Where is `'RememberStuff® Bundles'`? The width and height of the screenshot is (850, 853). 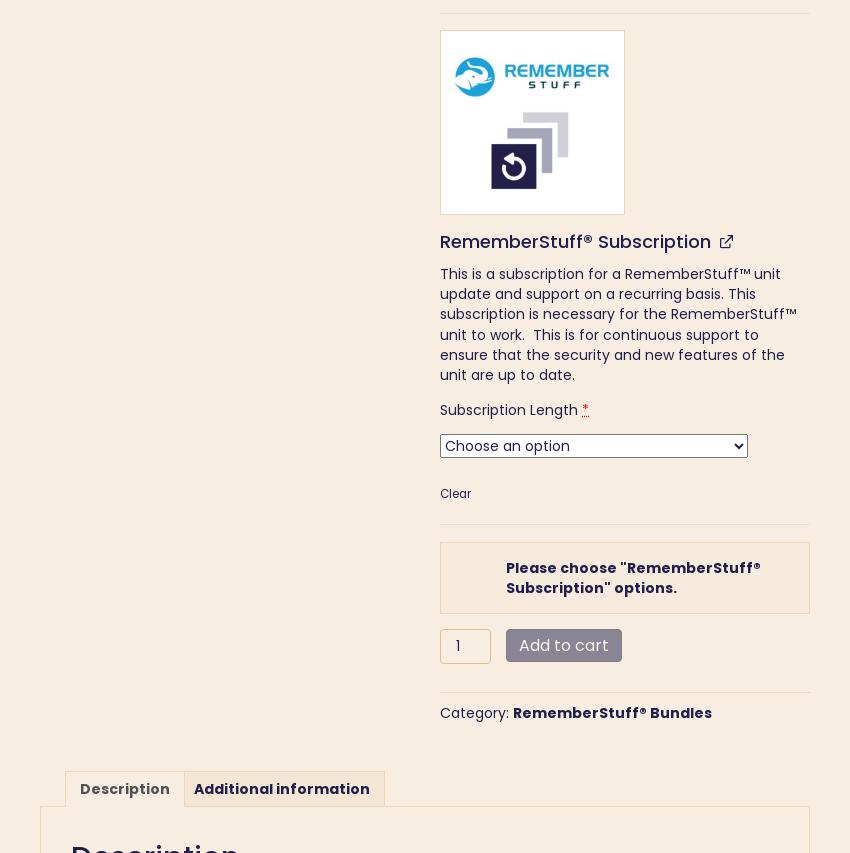
'RememberStuff® Bundles' is located at coordinates (611, 713).